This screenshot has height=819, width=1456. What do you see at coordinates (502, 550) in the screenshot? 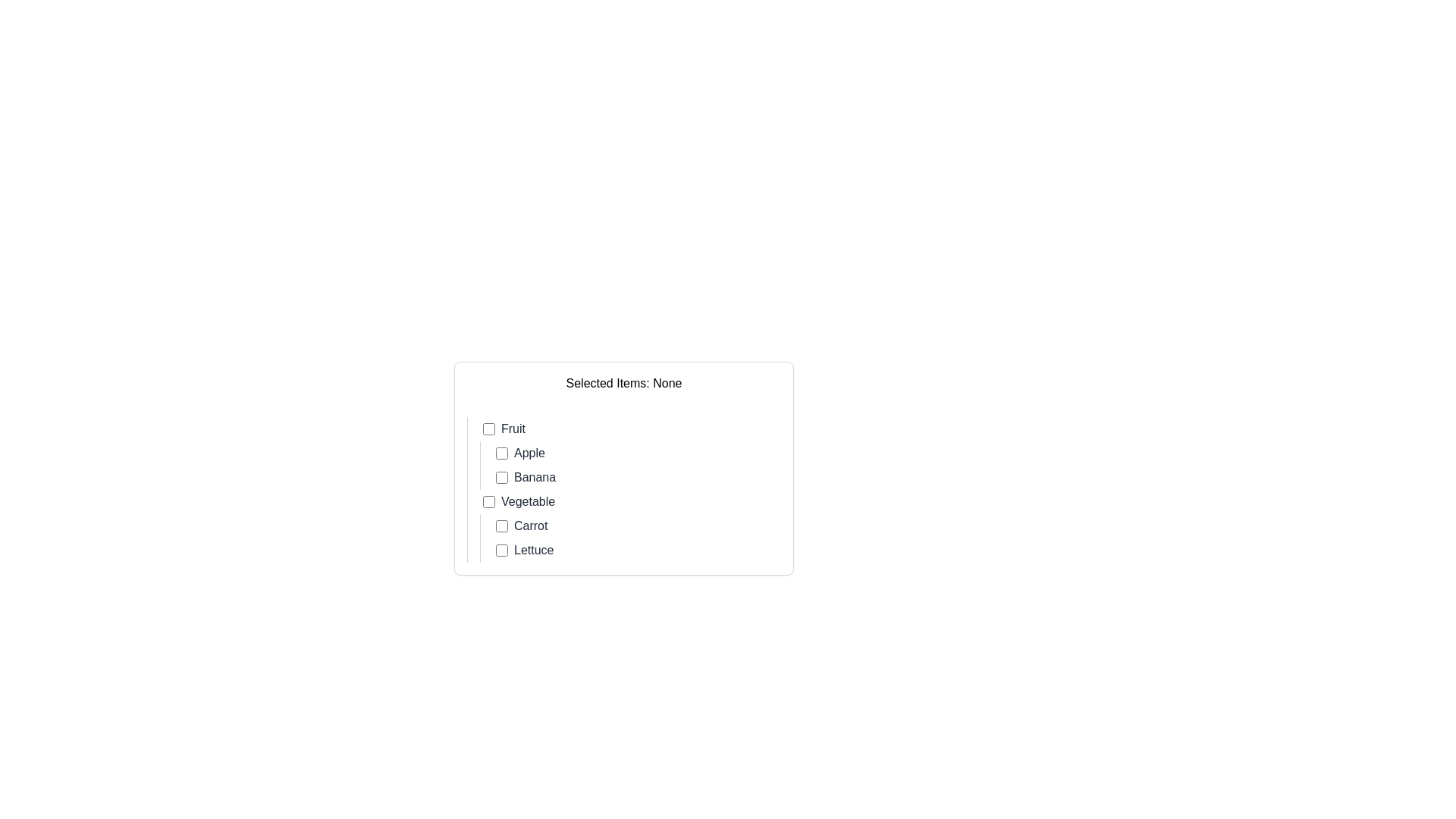
I see `the checkbox labeled 'Lettuce', which is a small square-shaped element with a light border and white interior, located near the bottom of the checklist under 'Vegetable'` at bounding box center [502, 550].